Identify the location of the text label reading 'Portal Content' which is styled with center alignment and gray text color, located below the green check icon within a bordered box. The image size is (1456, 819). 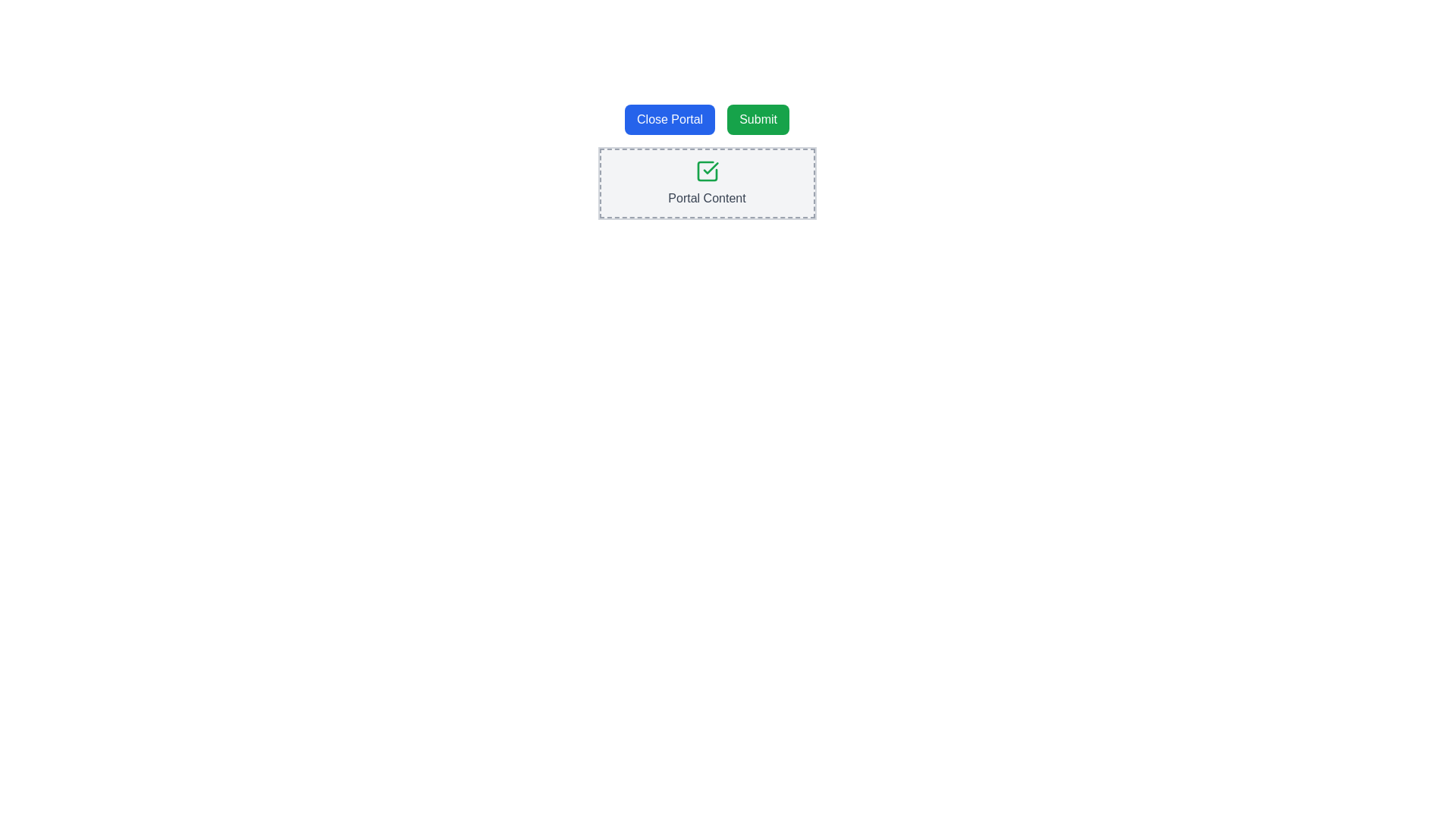
(706, 183).